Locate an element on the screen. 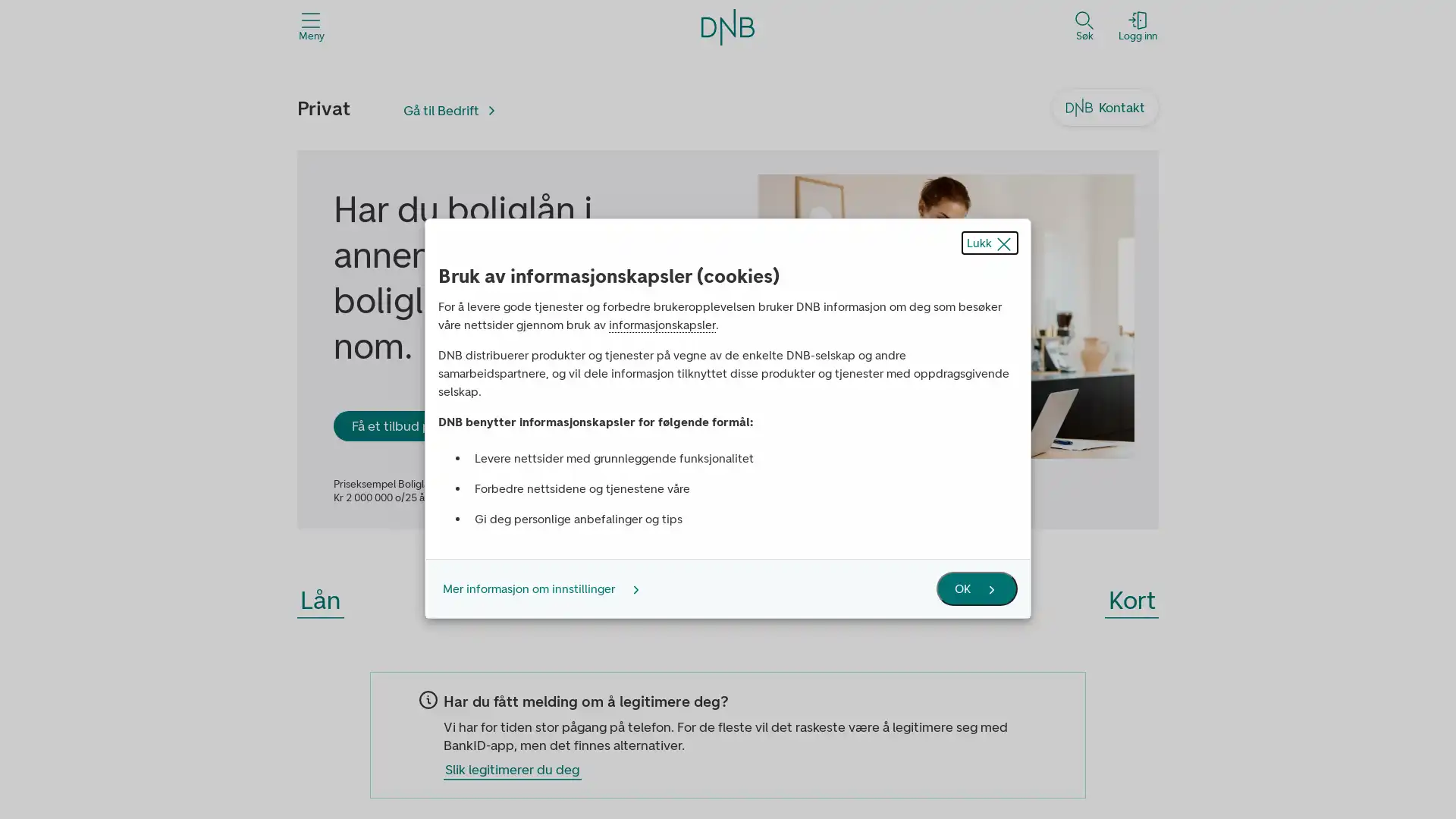 This screenshot has width=1456, height=819. OK is located at coordinates (977, 587).